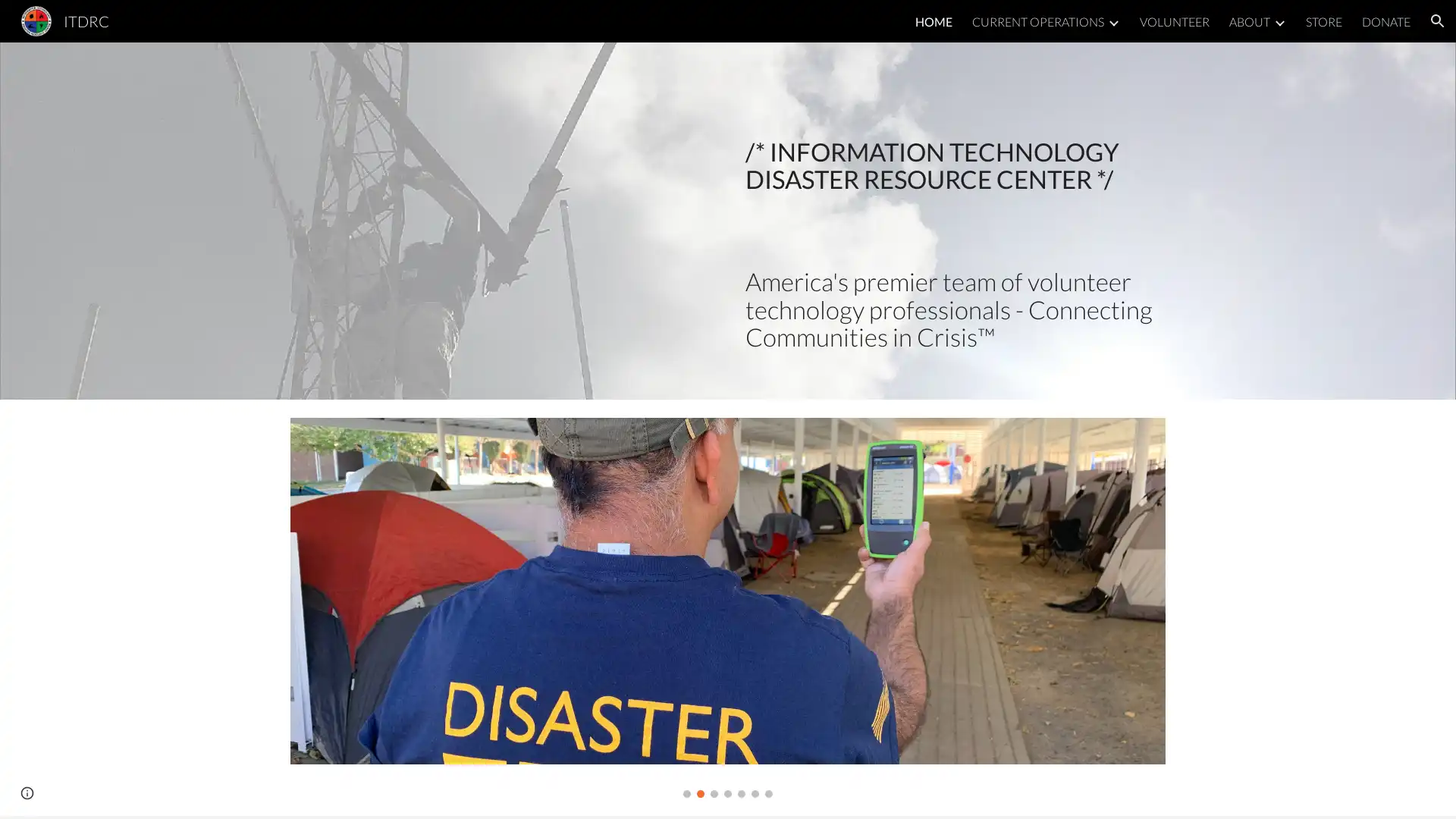 The image size is (1456, 819). Describe the element at coordinates (27, 792) in the screenshot. I see `Site actions` at that location.